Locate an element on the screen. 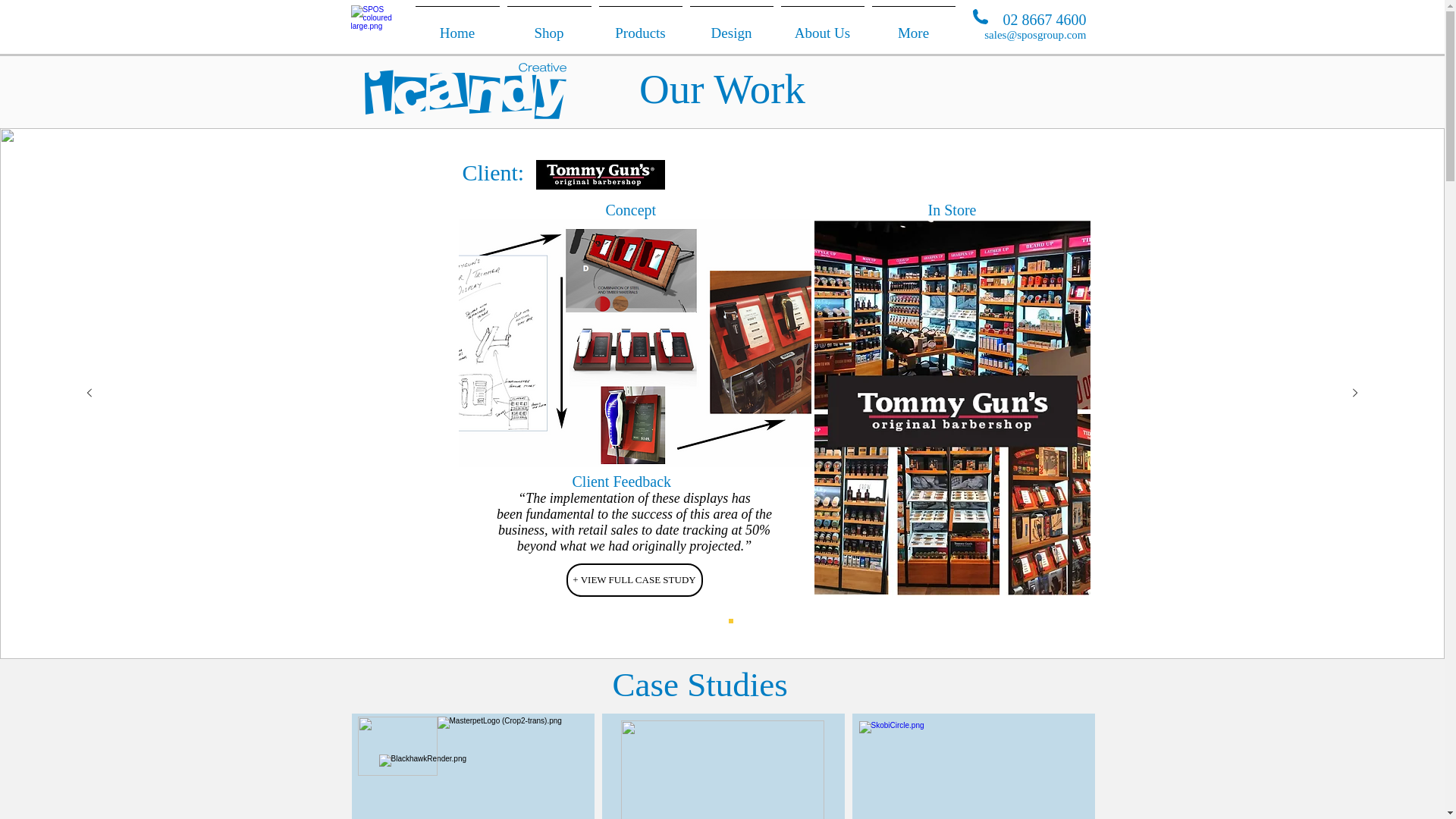 Image resolution: width=1456 pixels, height=819 pixels. 'Design' is located at coordinates (731, 26).